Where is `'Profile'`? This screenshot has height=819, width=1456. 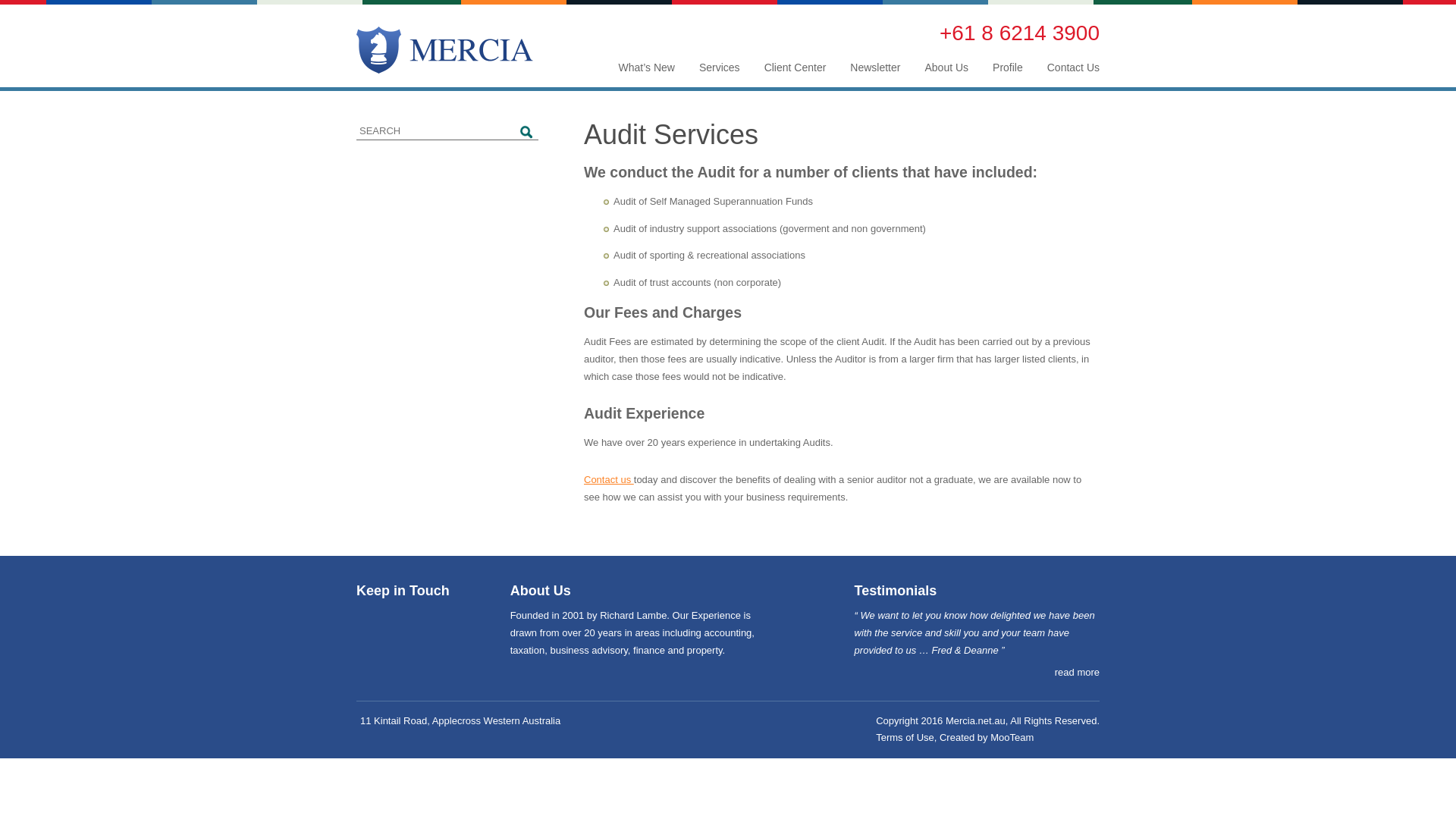
'Profile' is located at coordinates (1008, 66).